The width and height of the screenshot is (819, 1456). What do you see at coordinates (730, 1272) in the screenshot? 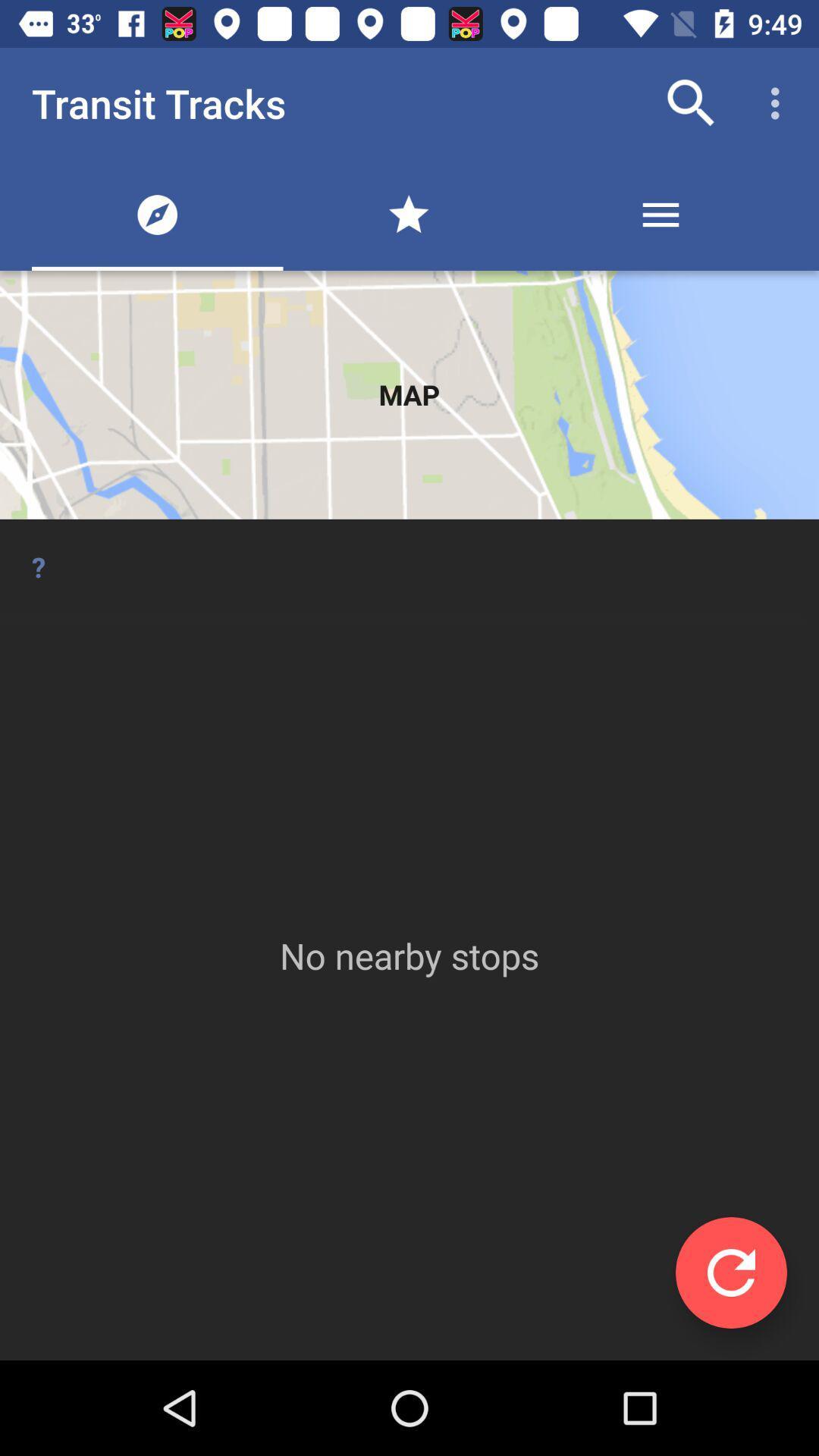
I see `the refresh icon` at bounding box center [730, 1272].